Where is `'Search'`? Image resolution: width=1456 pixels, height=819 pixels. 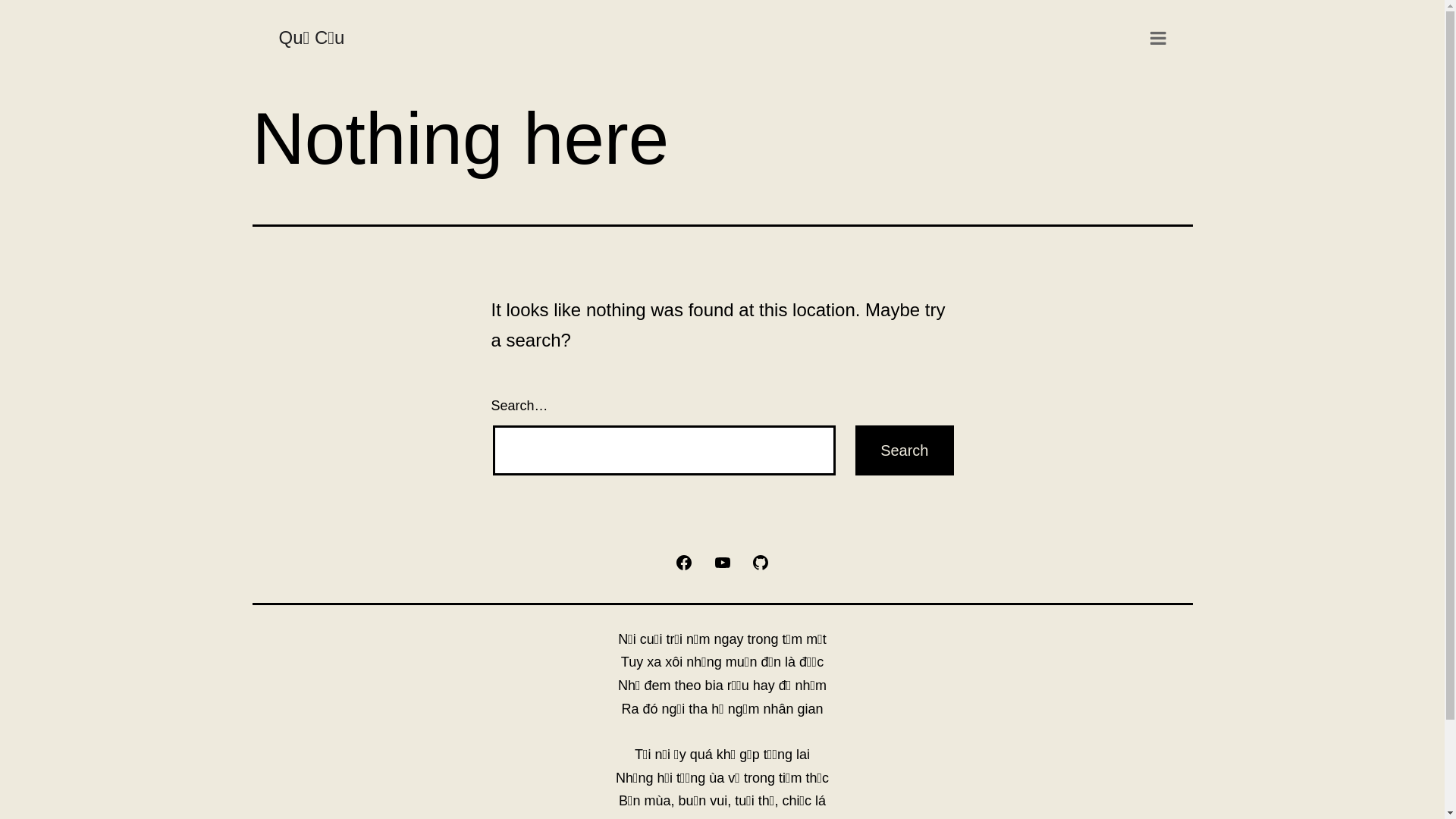
'Search' is located at coordinates (904, 450).